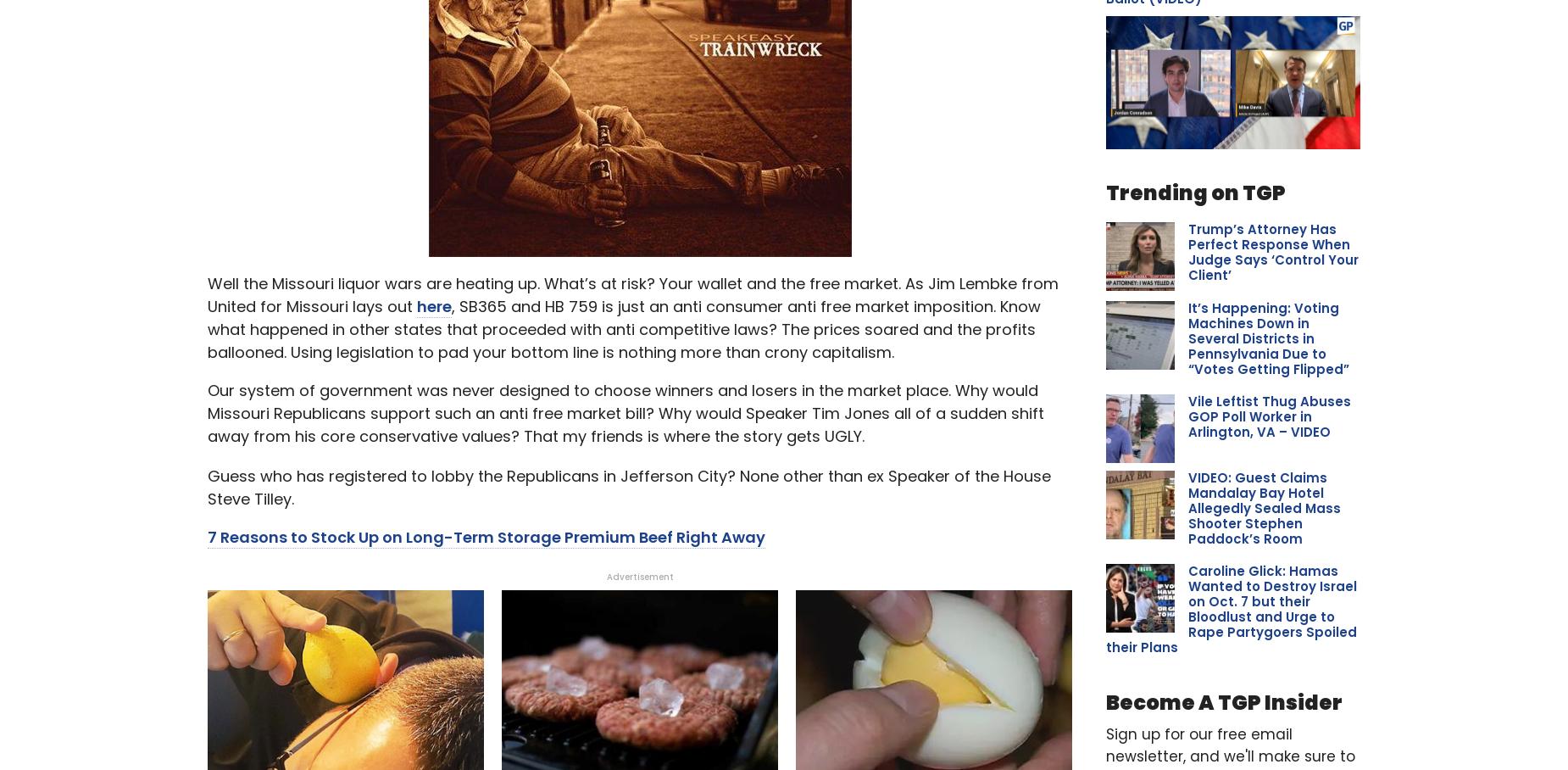 This screenshot has width=1568, height=770. I want to click on 'Children With 'White Lung' Symptoms Flood Chinese Hospitals; Concer...', so click(1171, 614).